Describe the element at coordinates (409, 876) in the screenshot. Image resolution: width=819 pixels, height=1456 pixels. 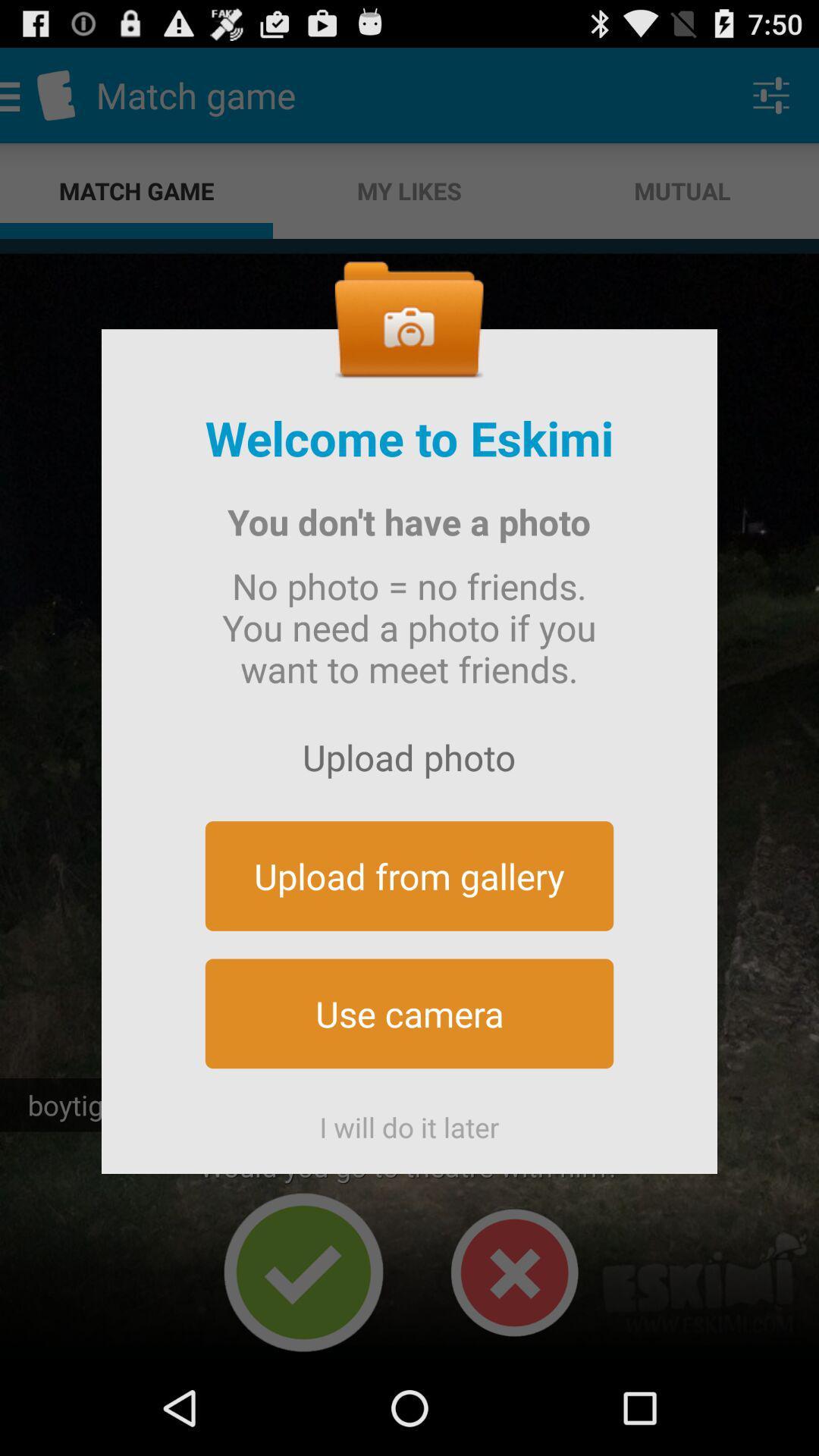
I see `item below the upload photo` at that location.